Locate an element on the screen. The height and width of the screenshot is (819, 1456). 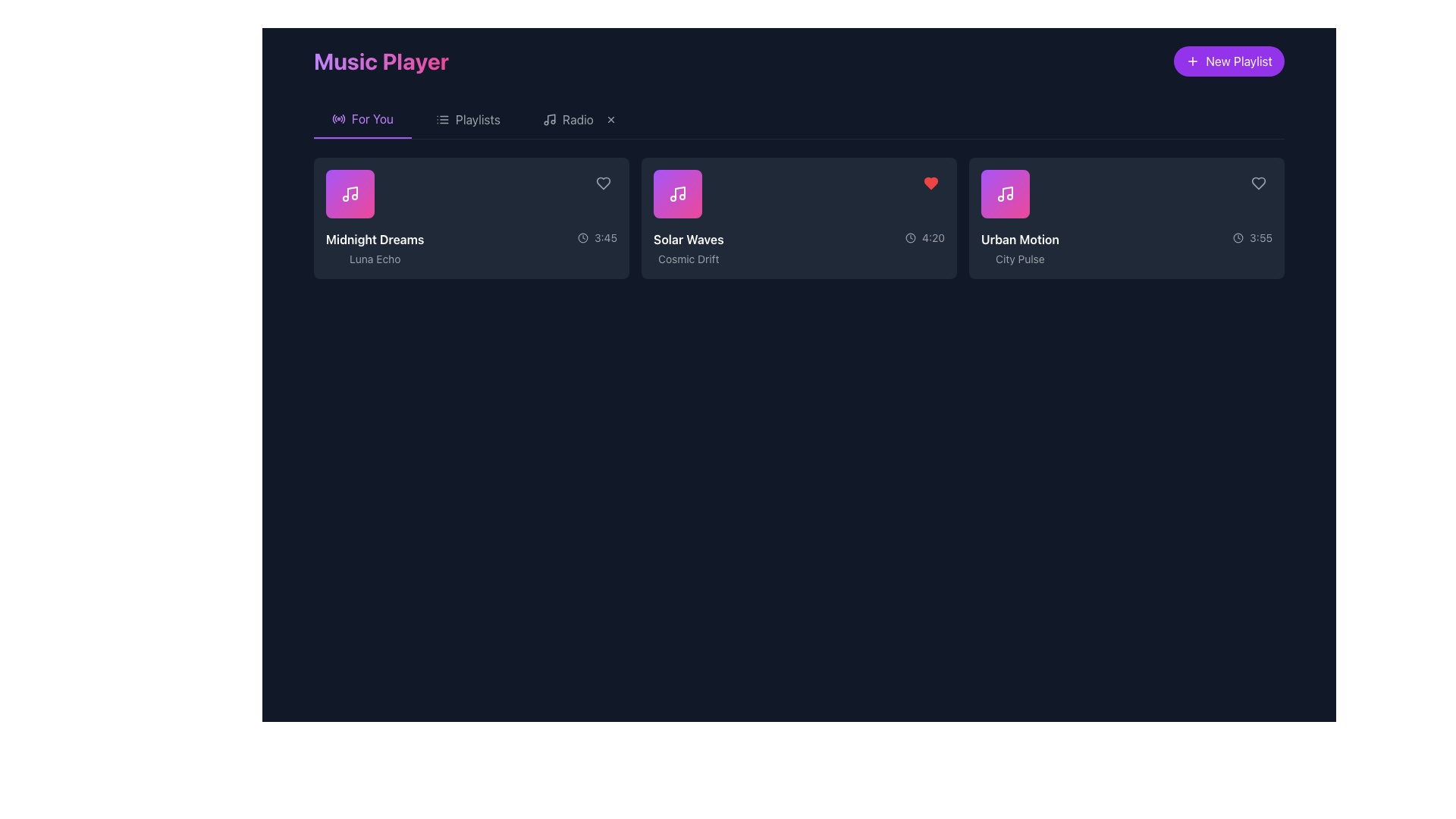
the heart-shaped icon button located in the upper-right corner of the 'Midnight Dreams' track card to favorite the item is located at coordinates (603, 183).